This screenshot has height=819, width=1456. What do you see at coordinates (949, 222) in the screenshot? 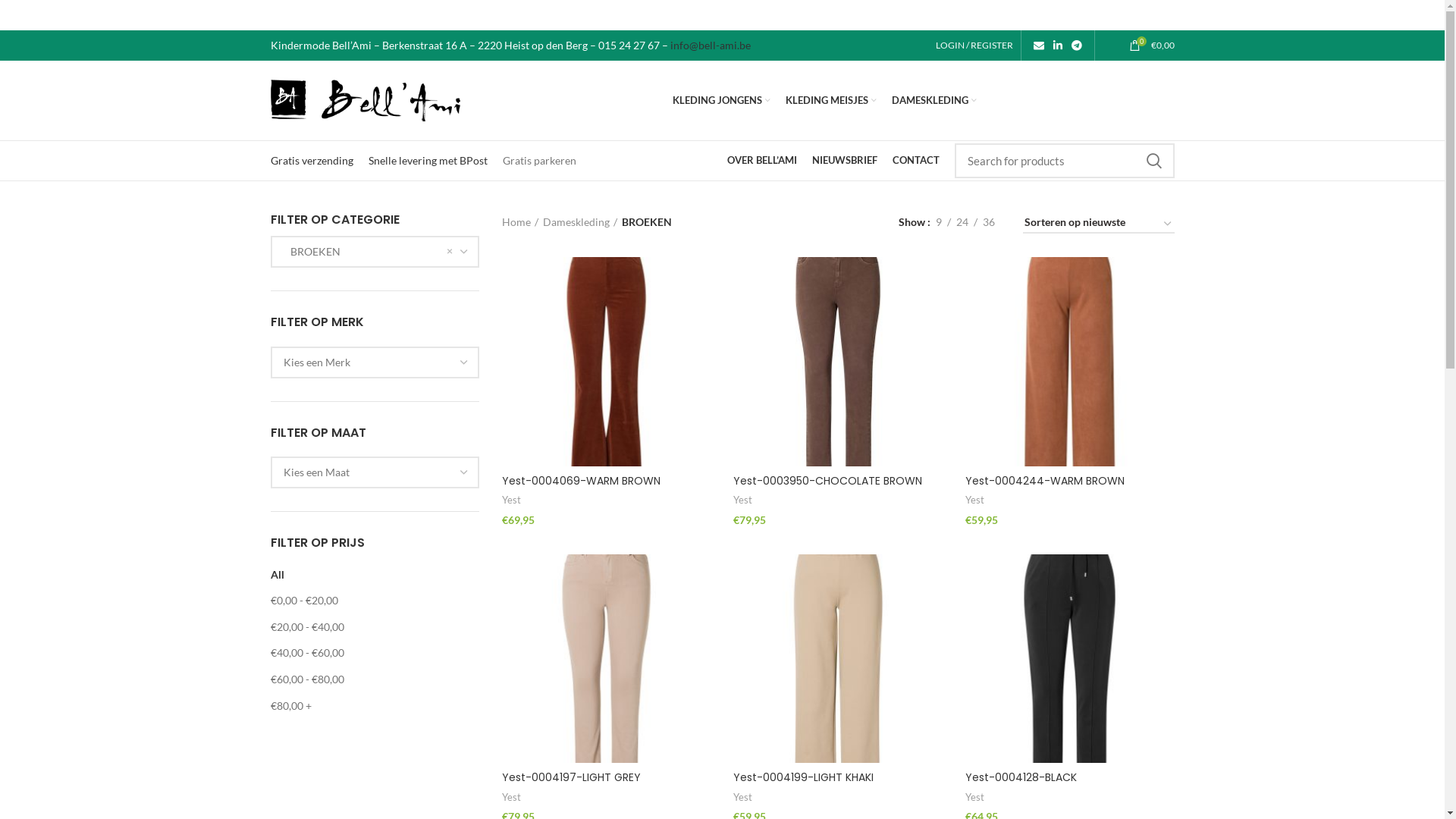
I see `'24'` at bounding box center [949, 222].